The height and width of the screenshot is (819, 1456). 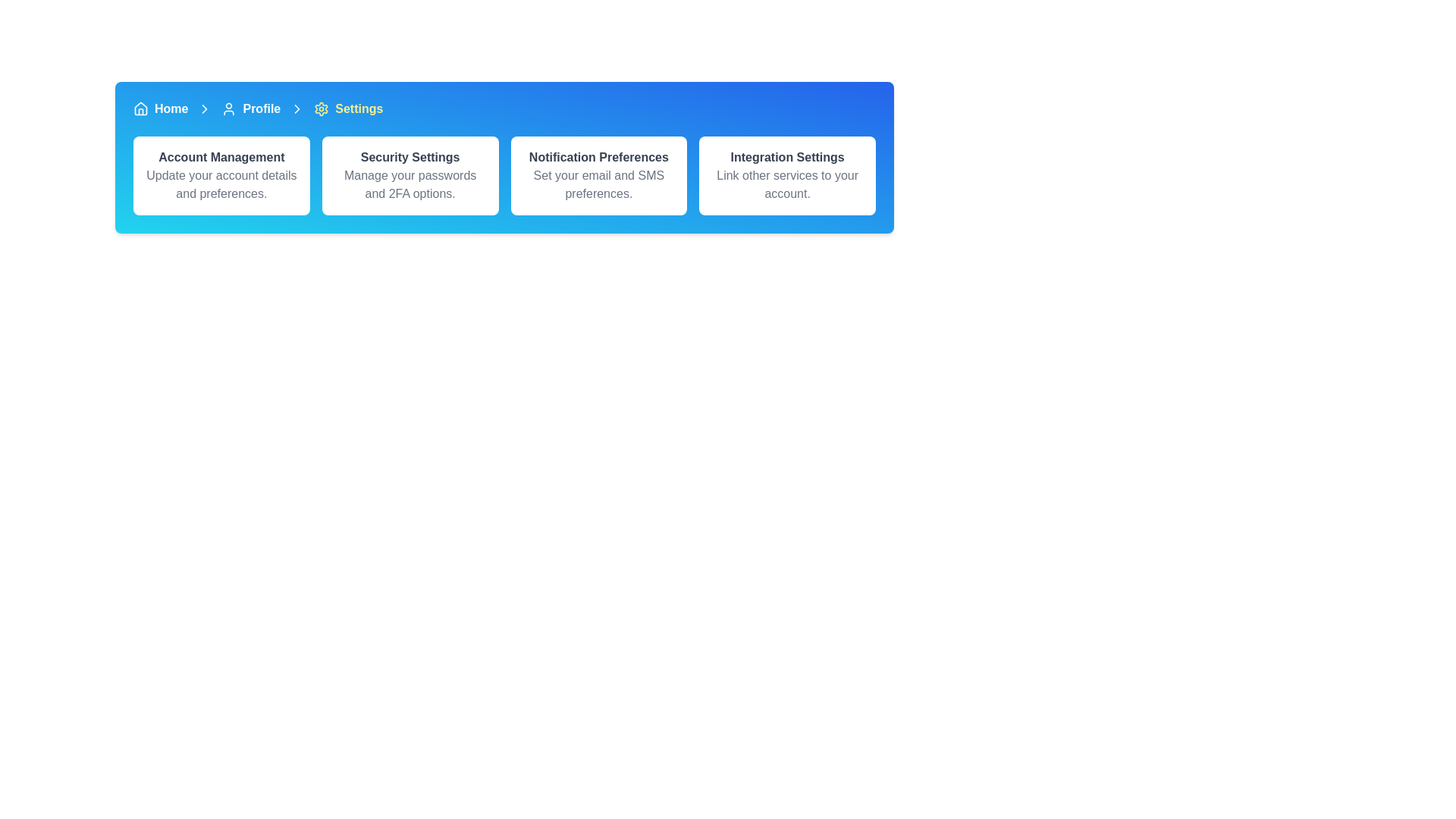 I want to click on text label displaying 'Notification Preferences' which is bold and in dark gray, located in the first line of a white card within a blue background layout, so click(x=598, y=158).